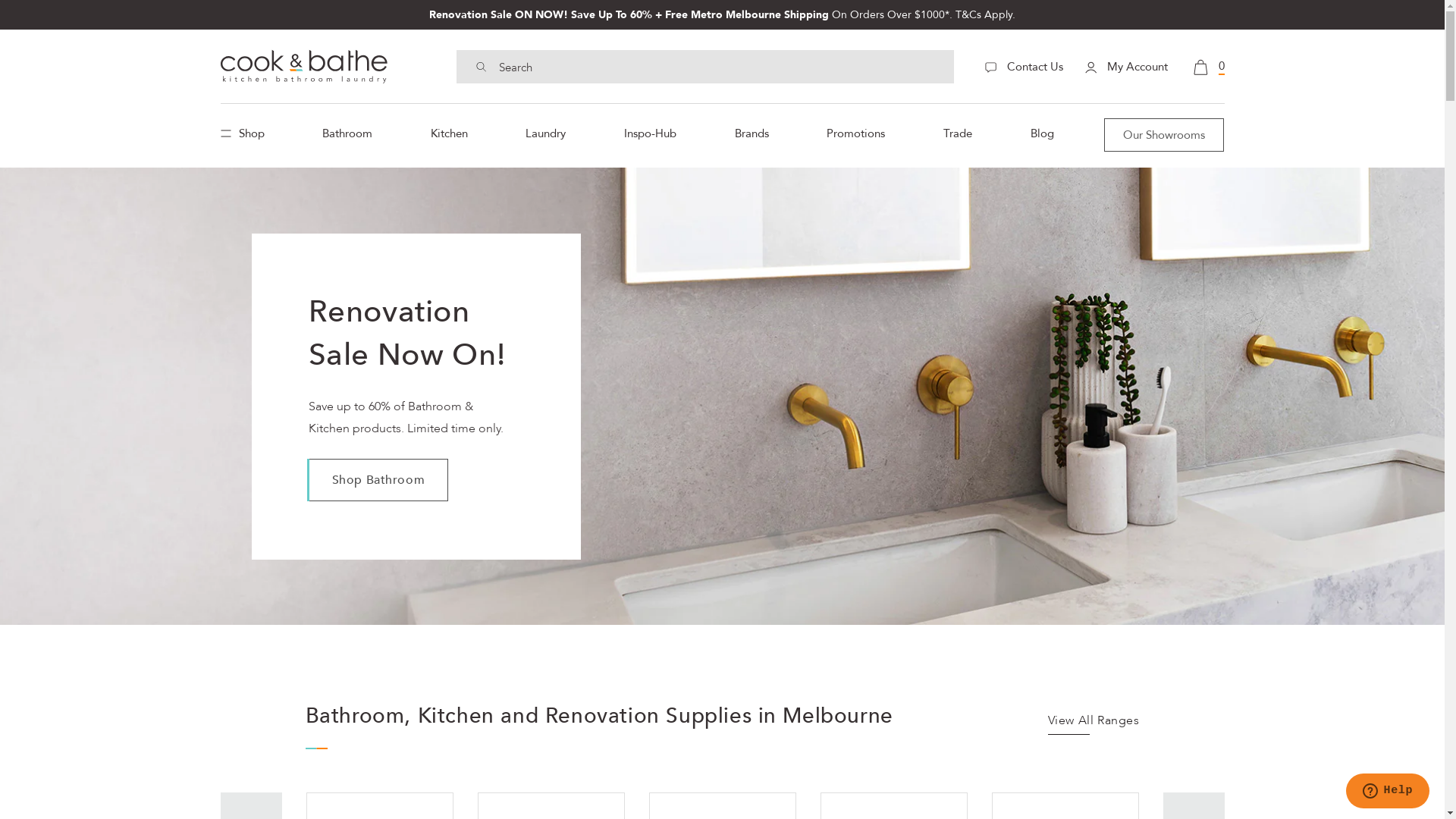  What do you see at coordinates (246, 133) in the screenshot?
I see `'Shop'` at bounding box center [246, 133].